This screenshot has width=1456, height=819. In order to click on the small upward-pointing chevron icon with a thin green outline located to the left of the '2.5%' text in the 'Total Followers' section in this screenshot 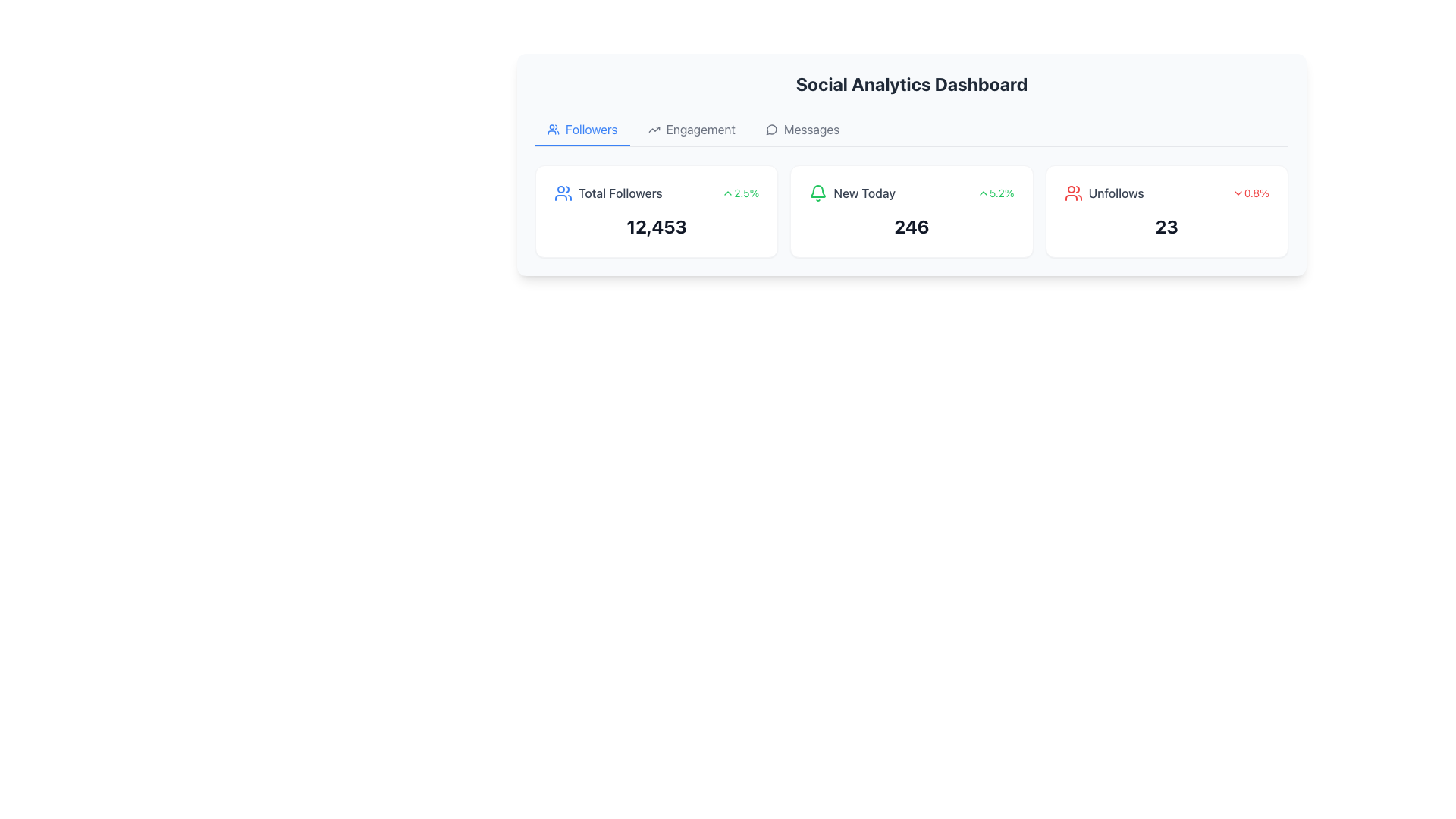, I will do `click(728, 192)`.